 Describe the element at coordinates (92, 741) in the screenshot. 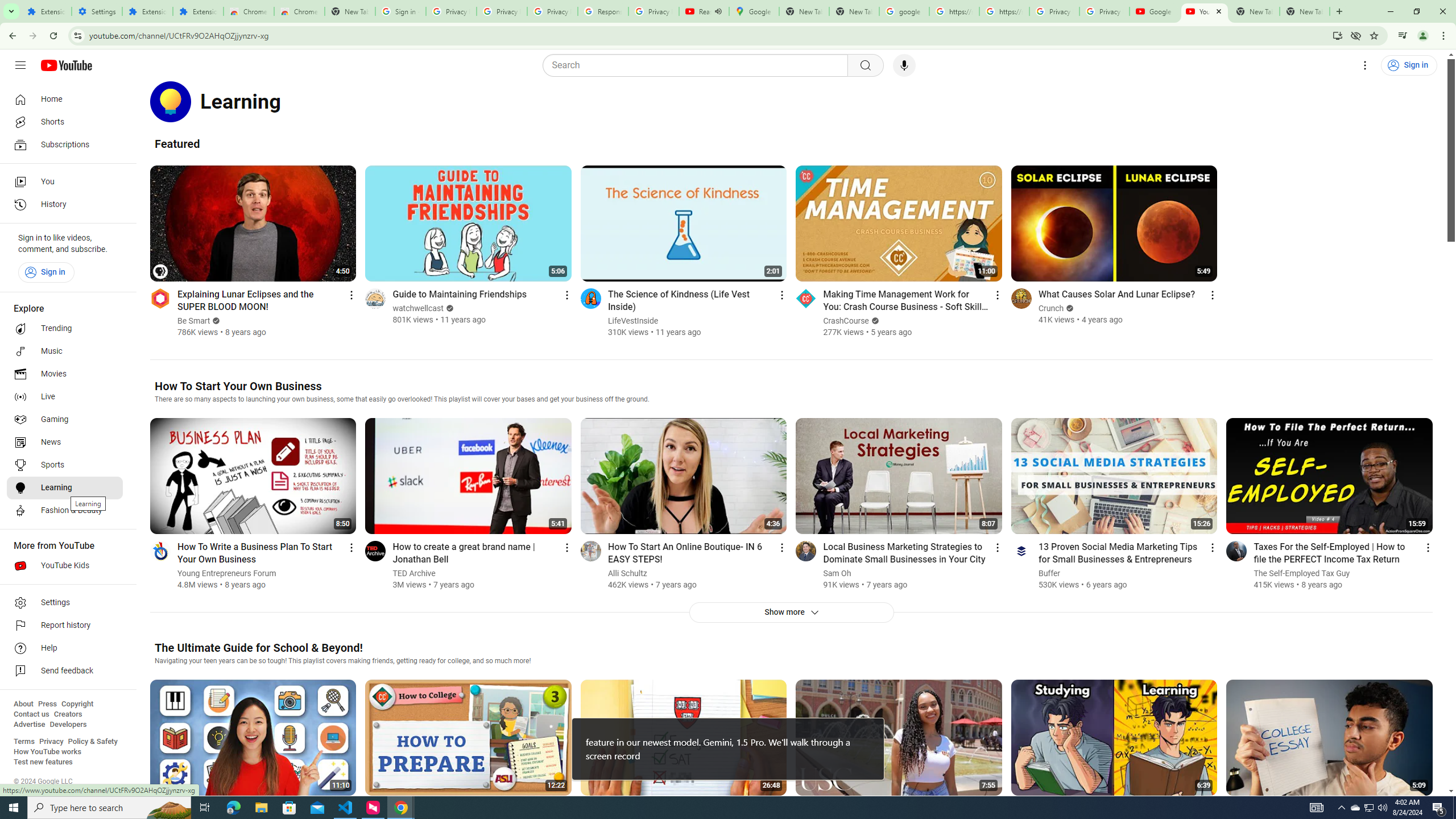

I see `'Policy & Safety'` at that location.